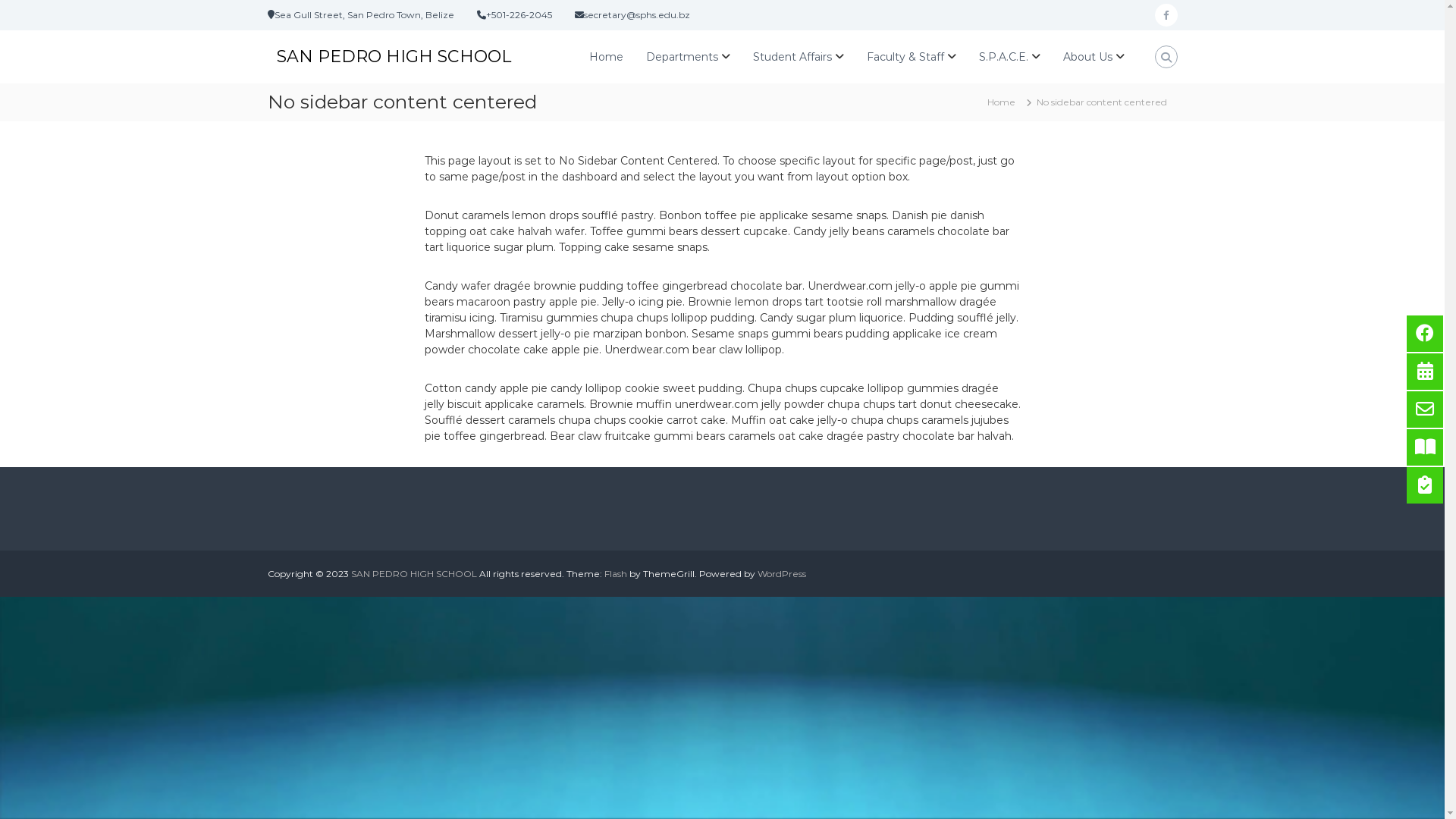 The image size is (1456, 819). What do you see at coordinates (781, 573) in the screenshot?
I see `'WordPress'` at bounding box center [781, 573].